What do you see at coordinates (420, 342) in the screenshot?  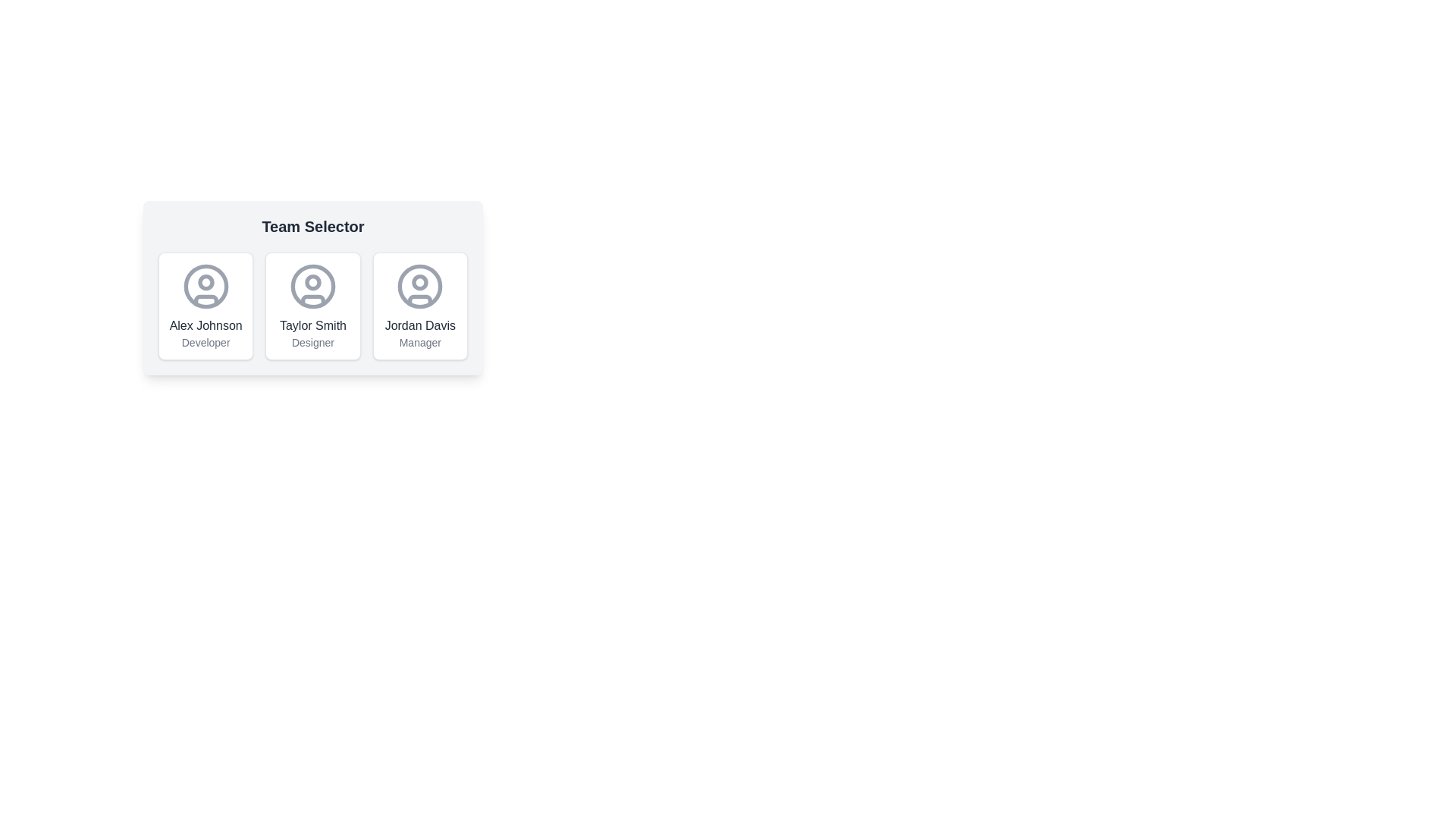 I see `the 'Manager' text label associated with 'Jordan Davis' located at the bottom of the card` at bounding box center [420, 342].